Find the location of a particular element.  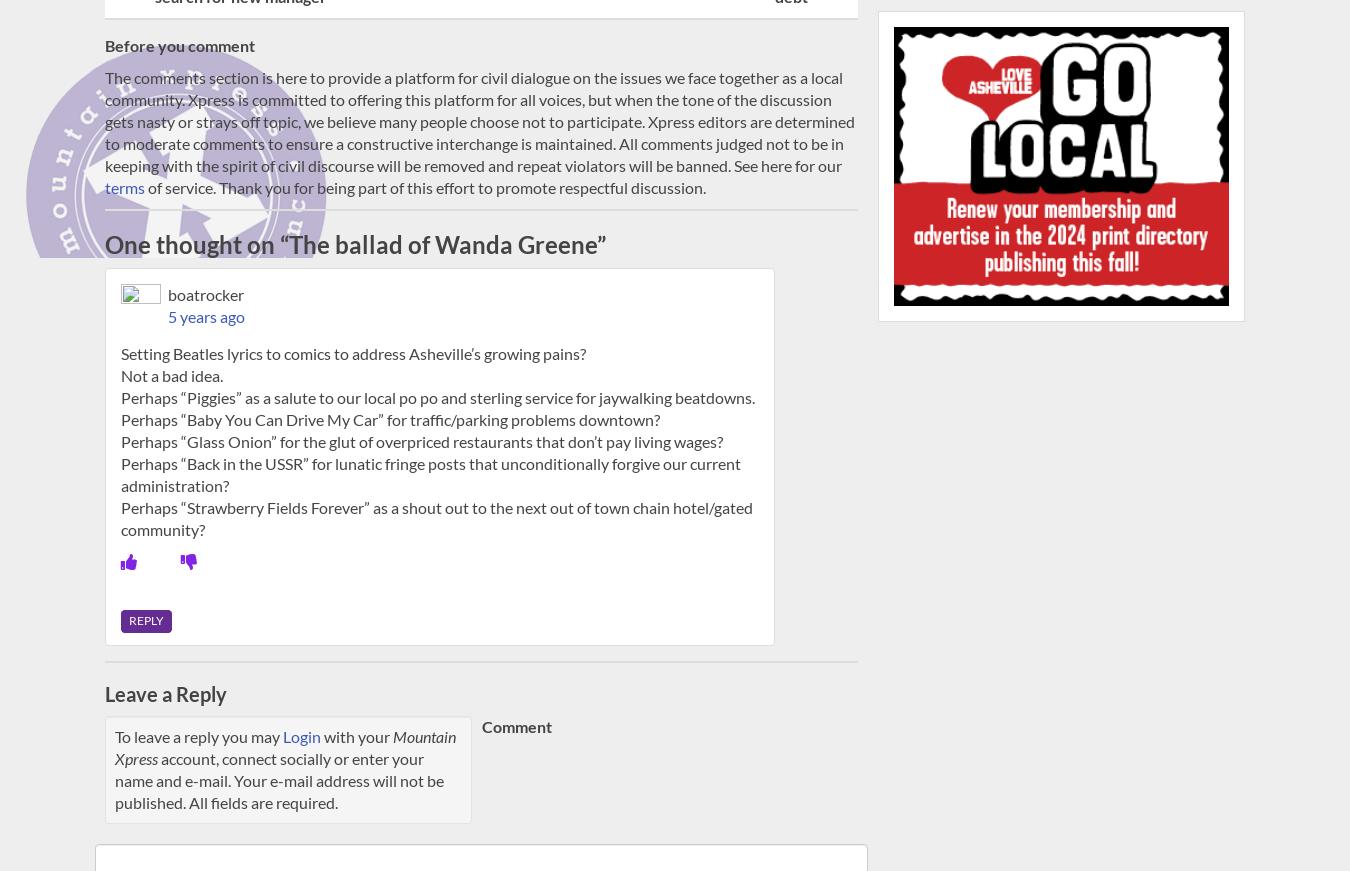

'Setting Beatles lyrics to comics to address Asheville’s growing pains?' is located at coordinates (353, 352).